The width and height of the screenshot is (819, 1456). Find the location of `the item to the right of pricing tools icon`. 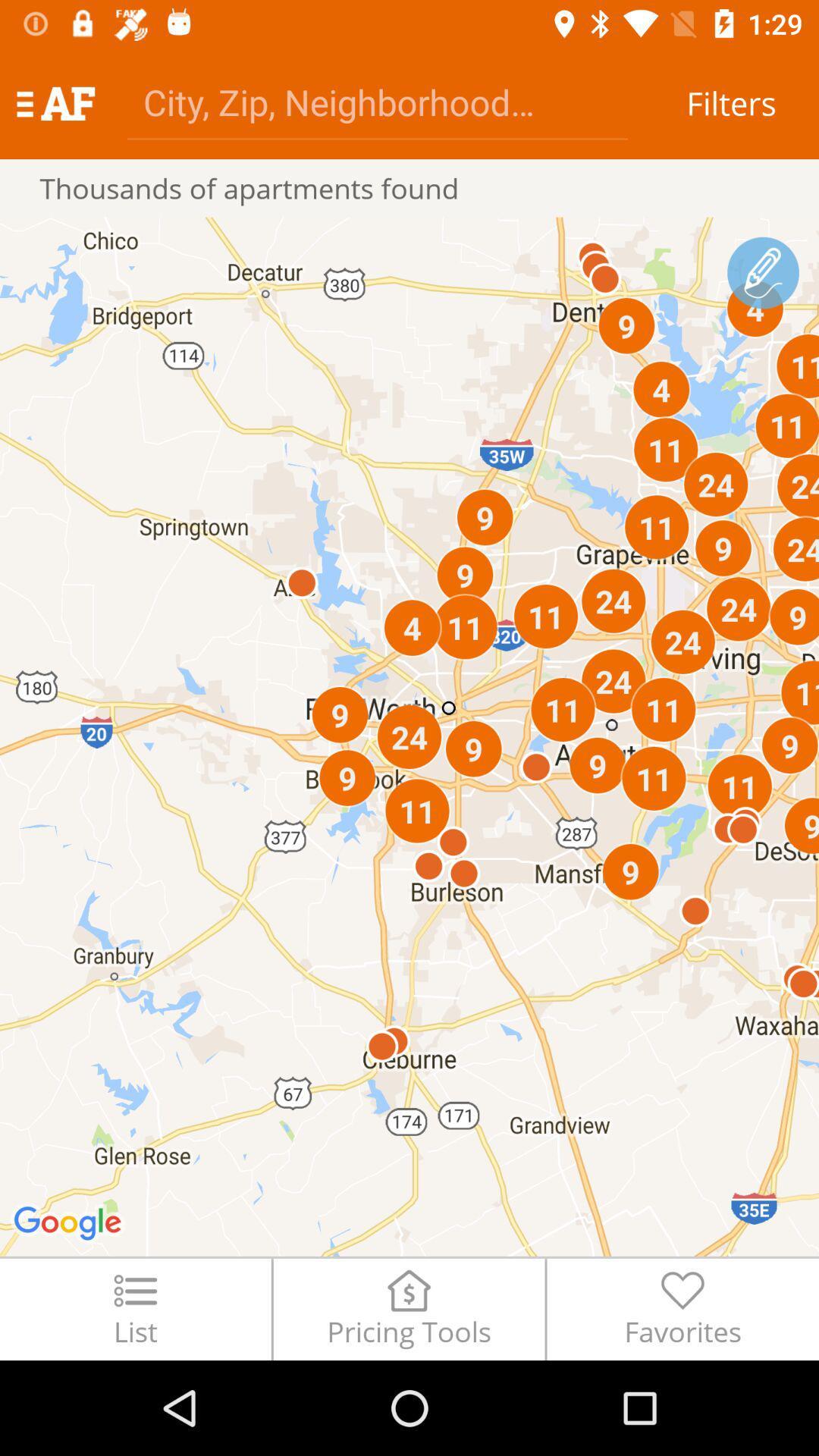

the item to the right of pricing tools icon is located at coordinates (682, 1308).